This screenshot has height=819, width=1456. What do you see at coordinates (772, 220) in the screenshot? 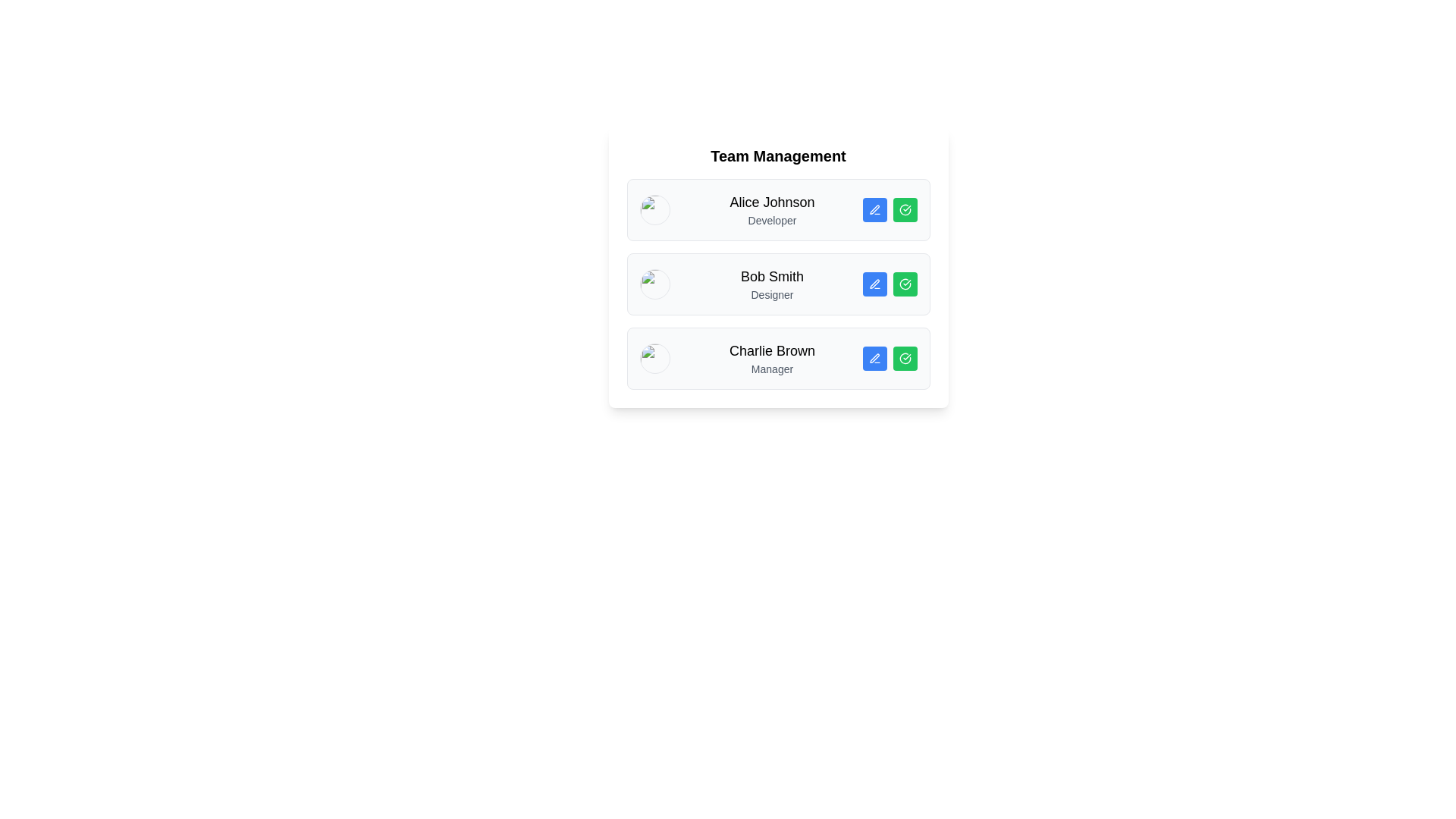
I see `text label displaying 'Developer' located directly under 'Alice Johnson' in the top card of the vertical stack` at bounding box center [772, 220].